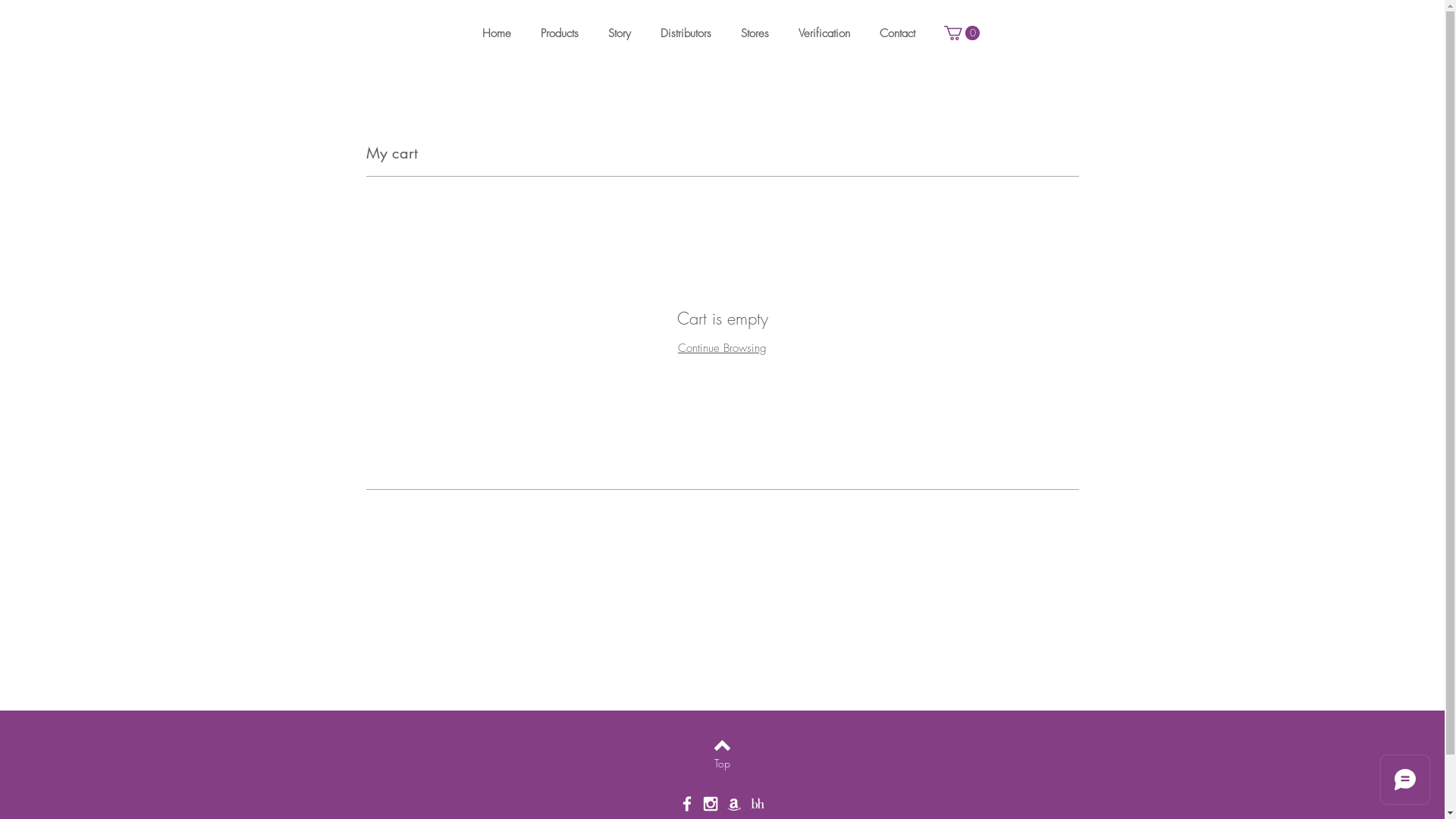 The height and width of the screenshot is (819, 1456). I want to click on '0', so click(960, 33).